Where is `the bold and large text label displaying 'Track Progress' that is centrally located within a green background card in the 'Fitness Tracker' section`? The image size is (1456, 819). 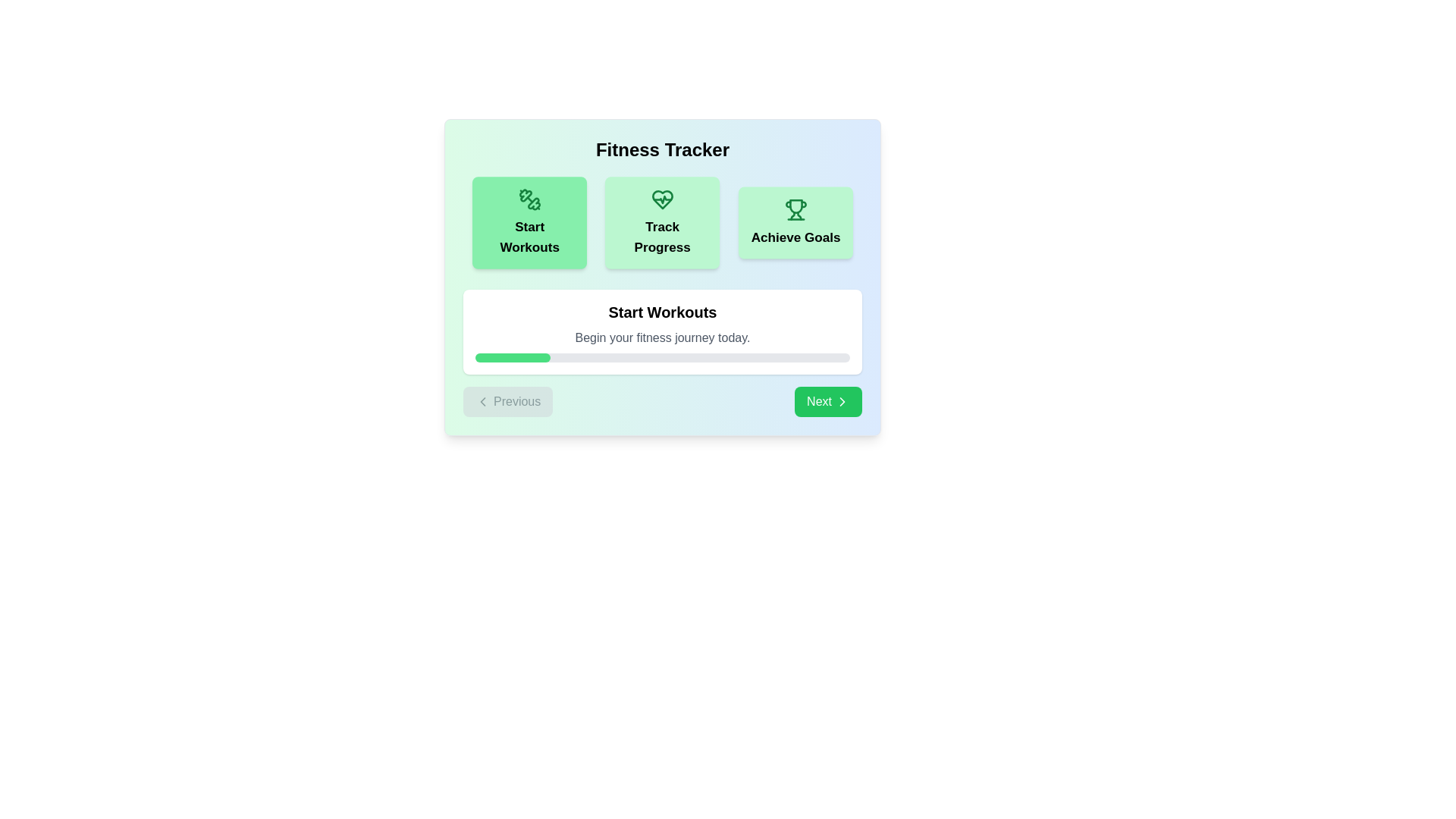
the bold and large text label displaying 'Track Progress' that is centrally located within a green background card in the 'Fitness Tracker' section is located at coordinates (662, 237).